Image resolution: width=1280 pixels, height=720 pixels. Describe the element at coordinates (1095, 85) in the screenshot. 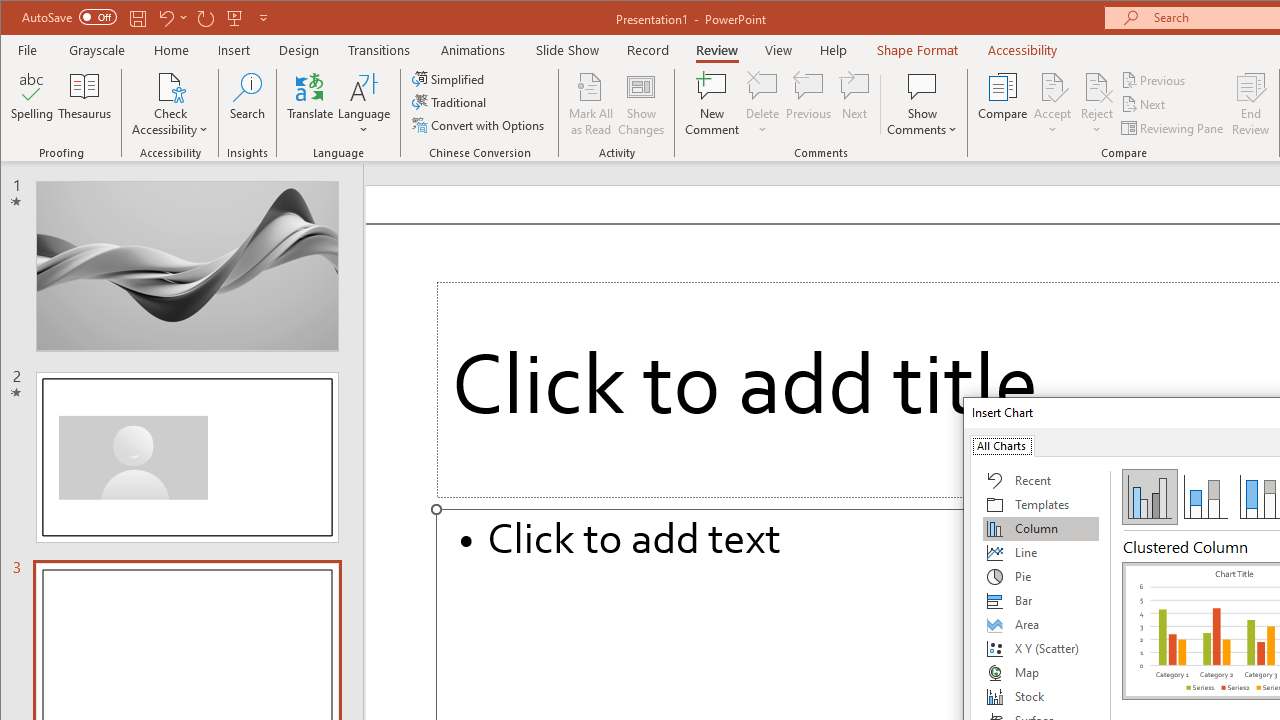

I see `'Reject Change'` at that location.